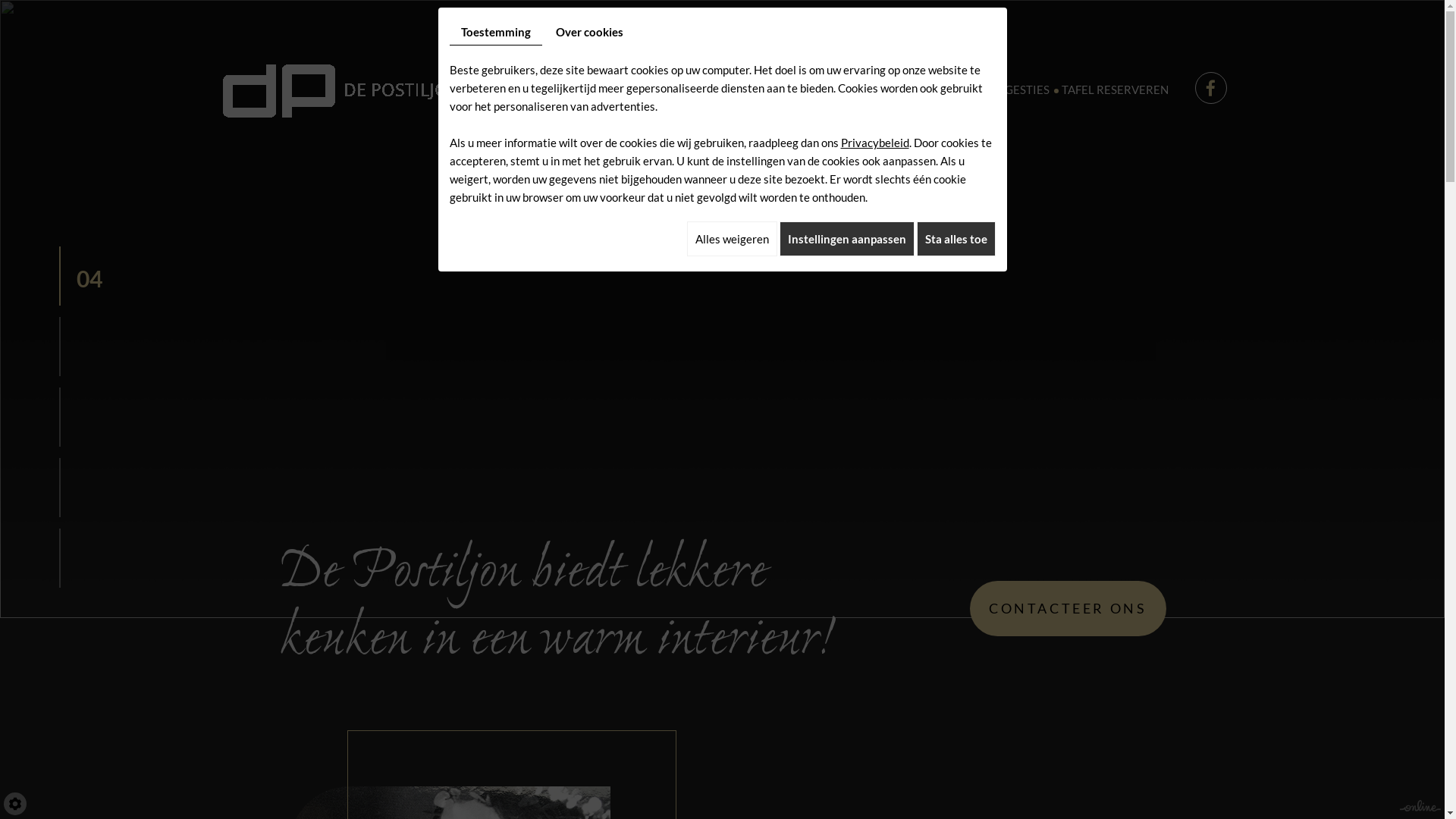  Describe the element at coordinates (712, 89) in the screenshot. I see `'KAART'` at that location.